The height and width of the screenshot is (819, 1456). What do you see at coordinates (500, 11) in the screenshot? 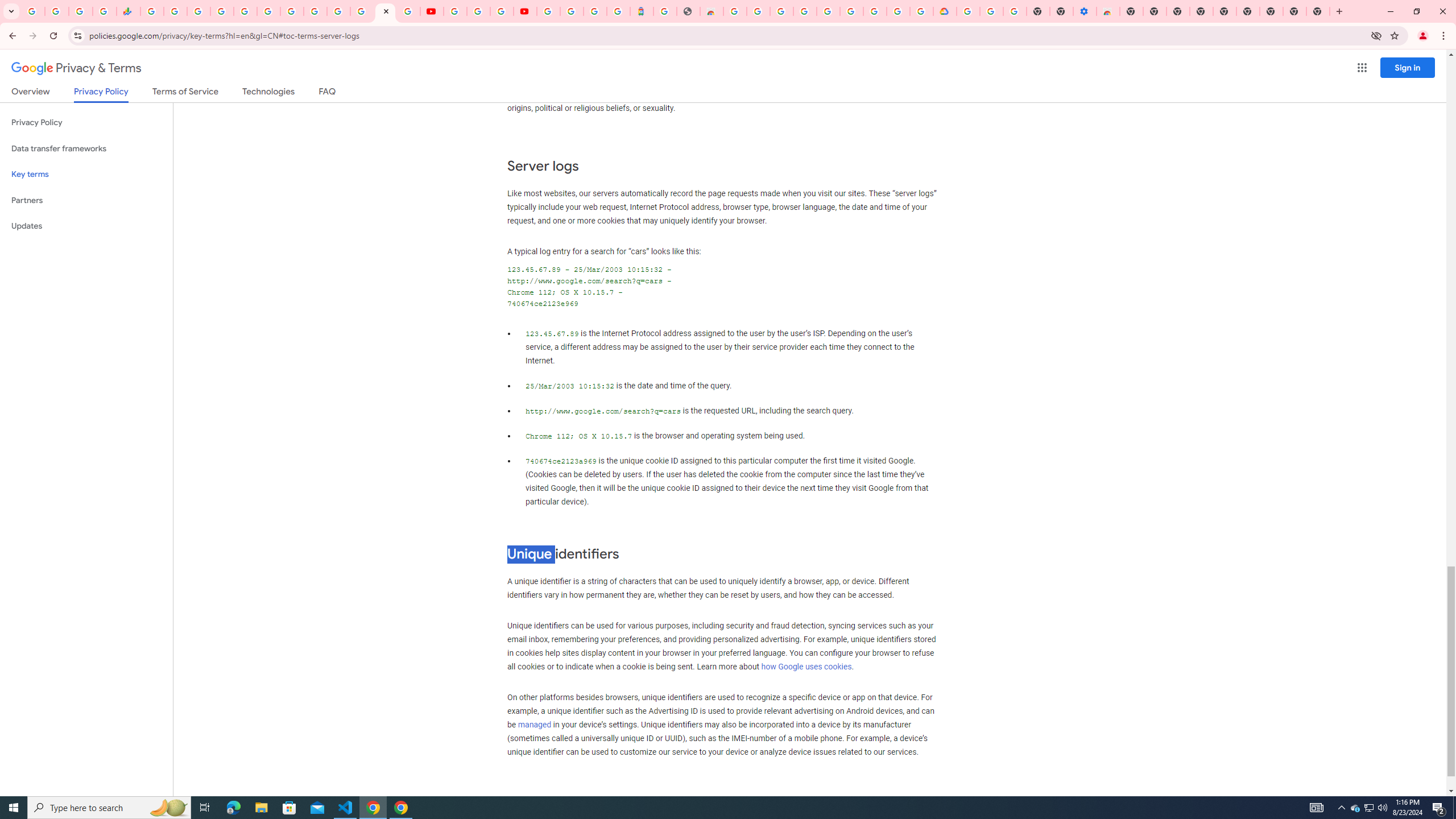
I see `'Create your Google Account'` at bounding box center [500, 11].